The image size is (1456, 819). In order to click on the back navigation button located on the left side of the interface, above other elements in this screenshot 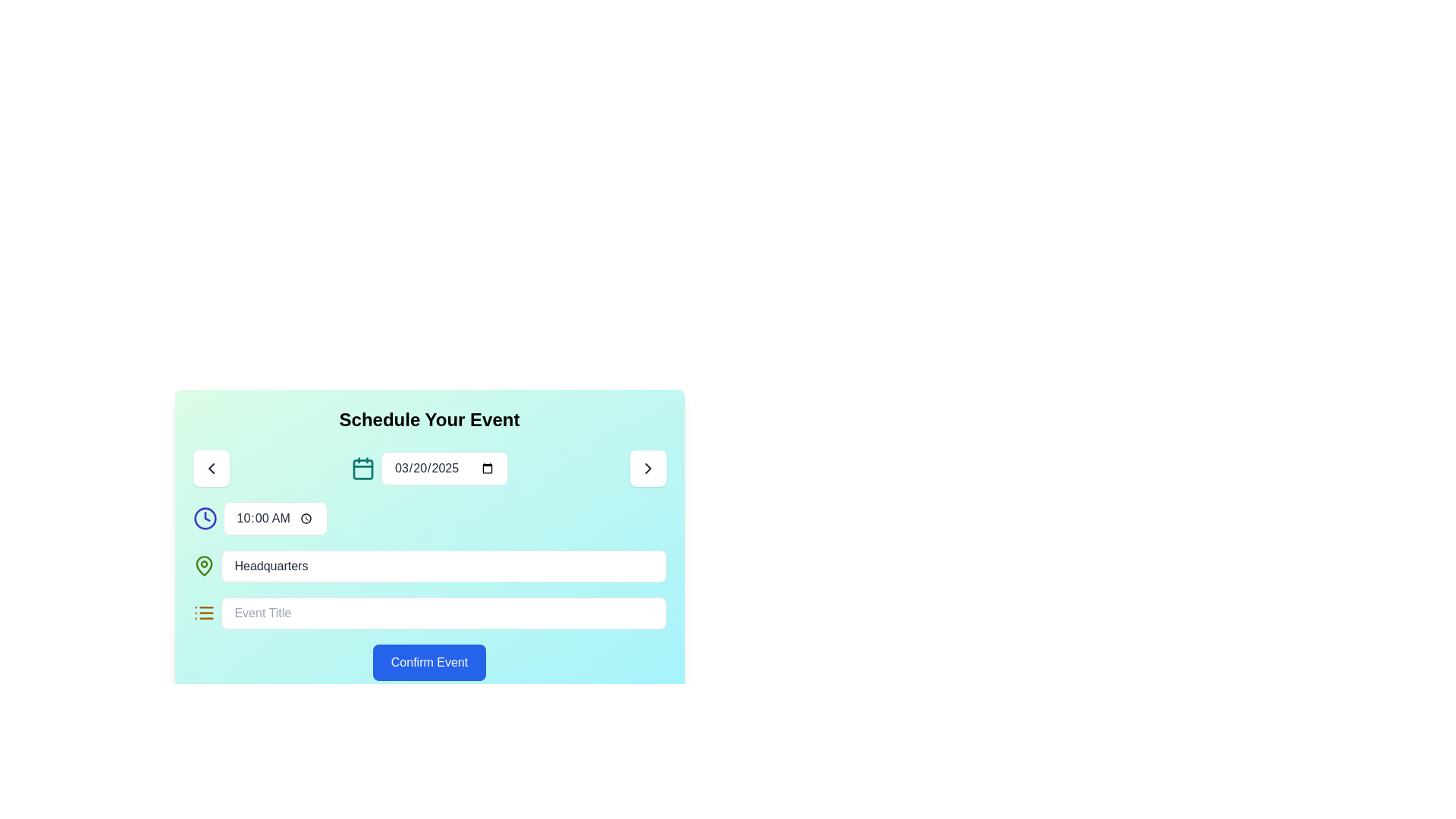, I will do `click(210, 467)`.